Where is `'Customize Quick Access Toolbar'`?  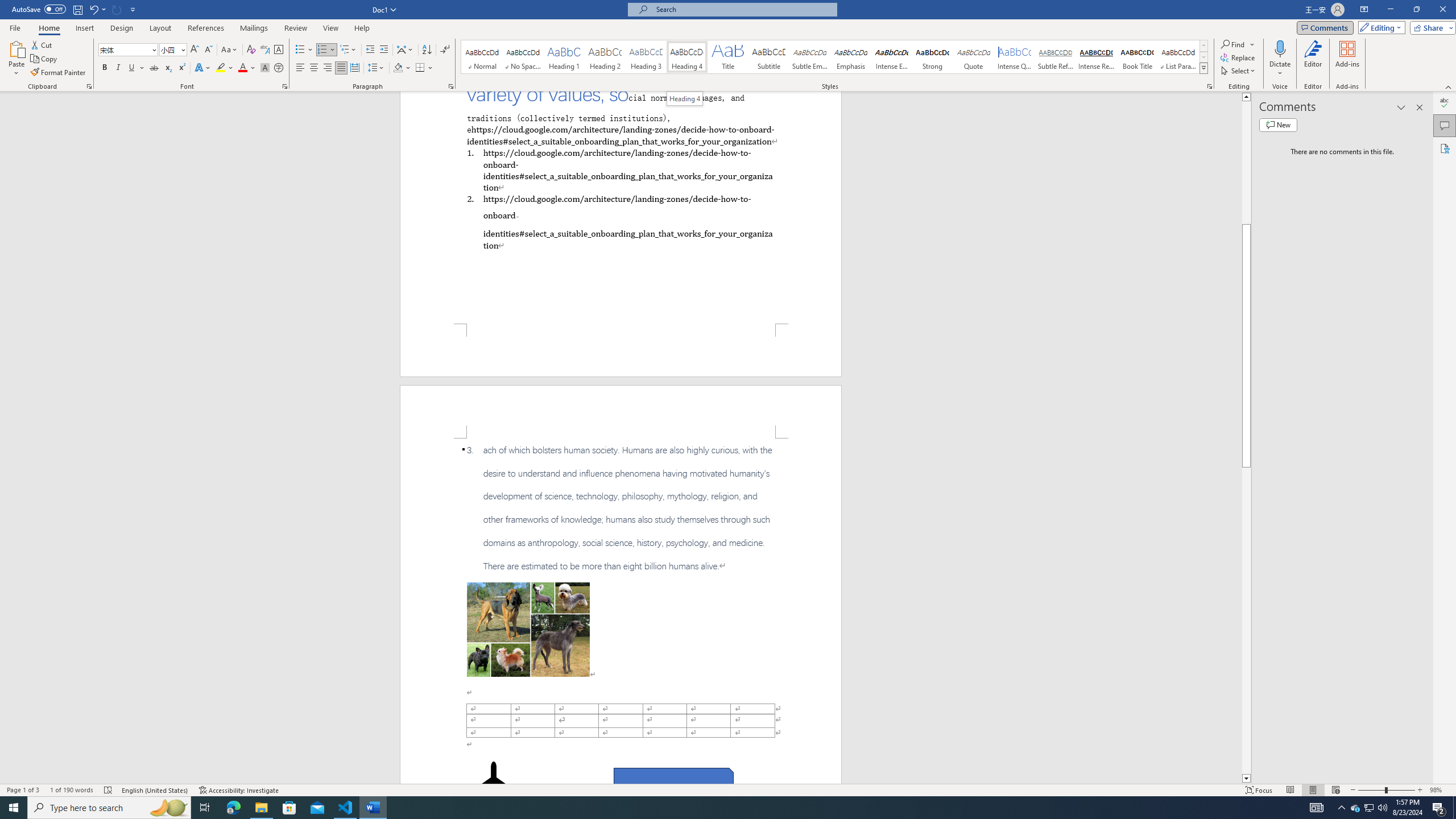 'Customize Quick Access Toolbar' is located at coordinates (133, 9).